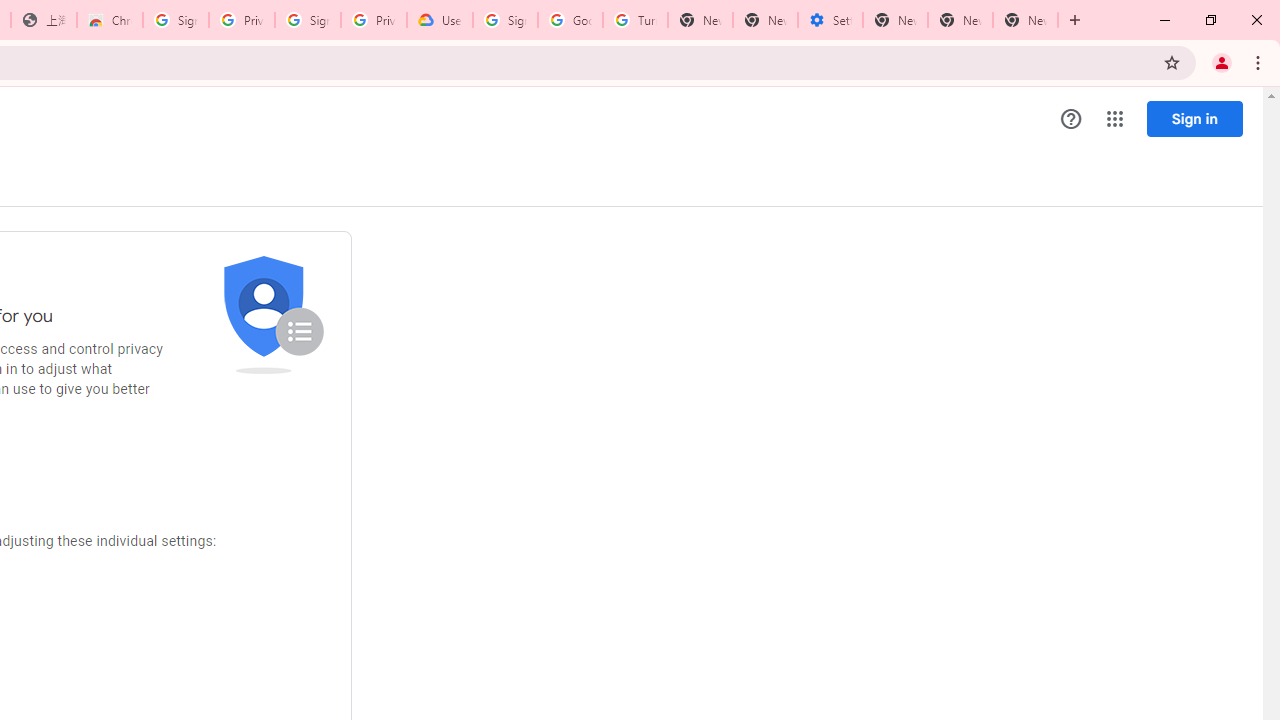 This screenshot has height=720, width=1280. Describe the element at coordinates (569, 20) in the screenshot. I see `'Google Account Help'` at that location.